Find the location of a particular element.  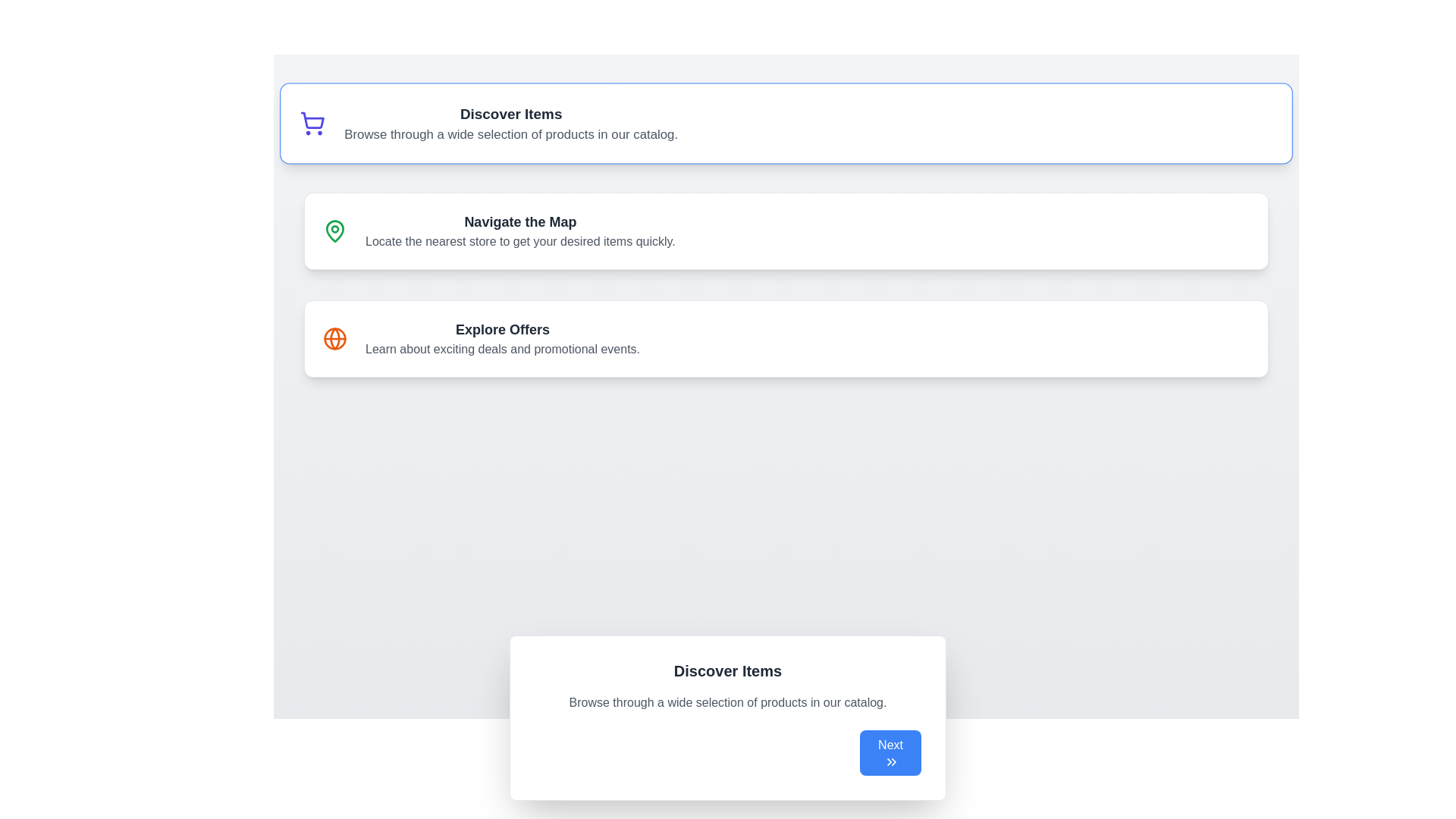

the Informational text block that displays 'Explore Offers' and 'Learn about exciting deals and promotional events.' is located at coordinates (502, 338).